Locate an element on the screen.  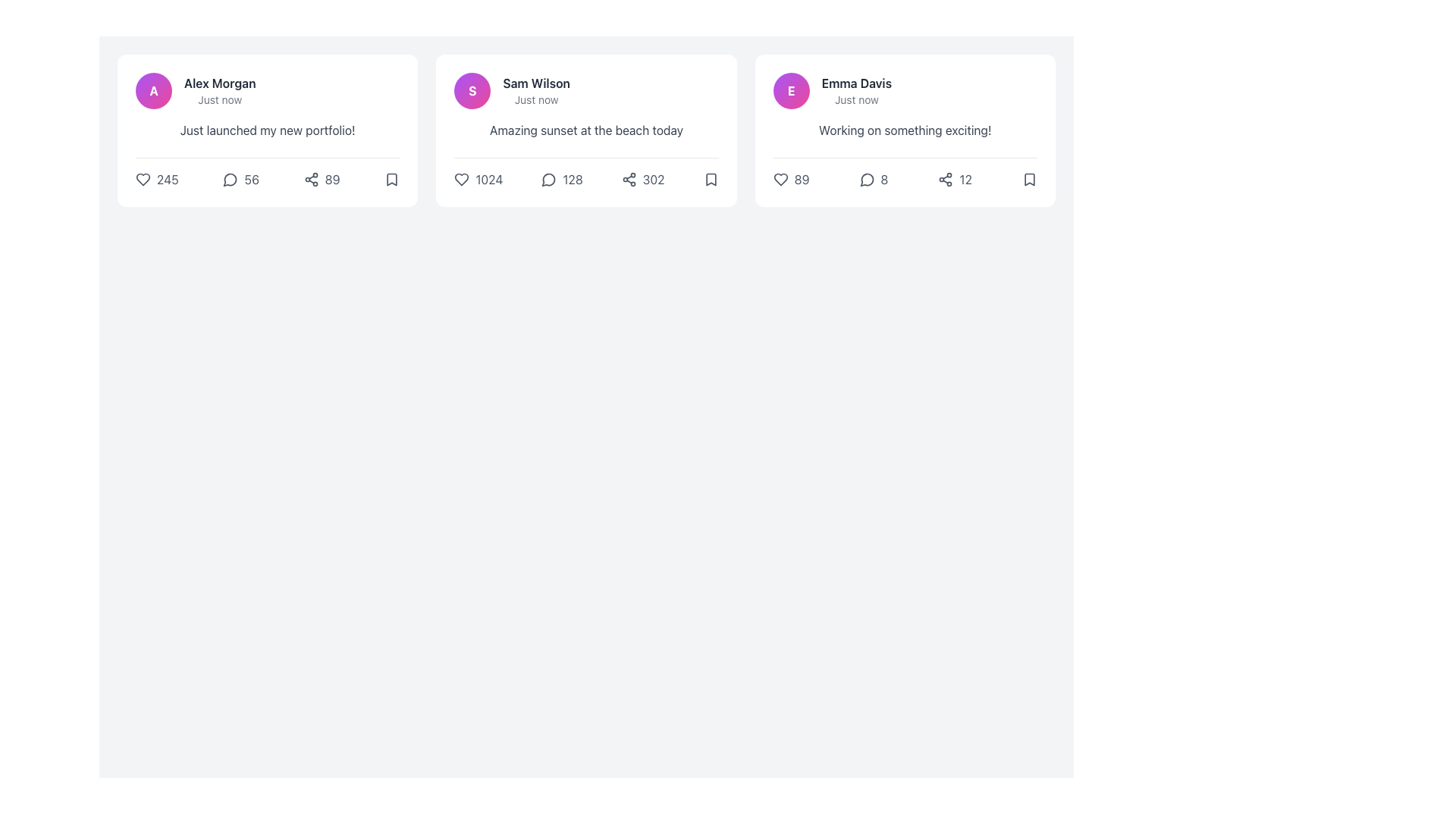
the Avatar Icon located at the top-left corner of Sam Wilson's post card to use it as a user identifier is located at coordinates (472, 90).